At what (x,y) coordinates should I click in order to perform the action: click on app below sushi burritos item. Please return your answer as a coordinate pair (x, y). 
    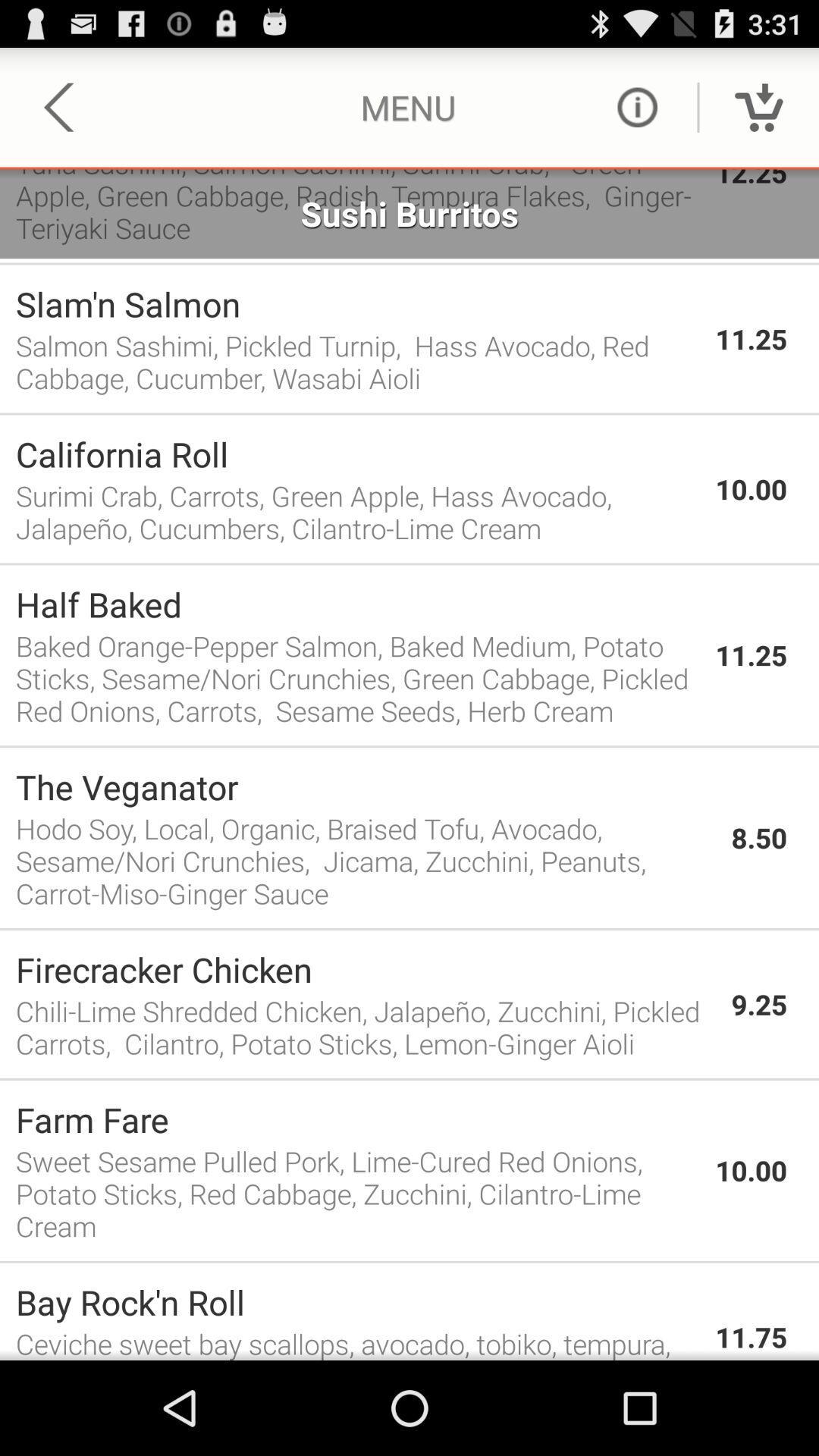
    Looking at the image, I should click on (409, 263).